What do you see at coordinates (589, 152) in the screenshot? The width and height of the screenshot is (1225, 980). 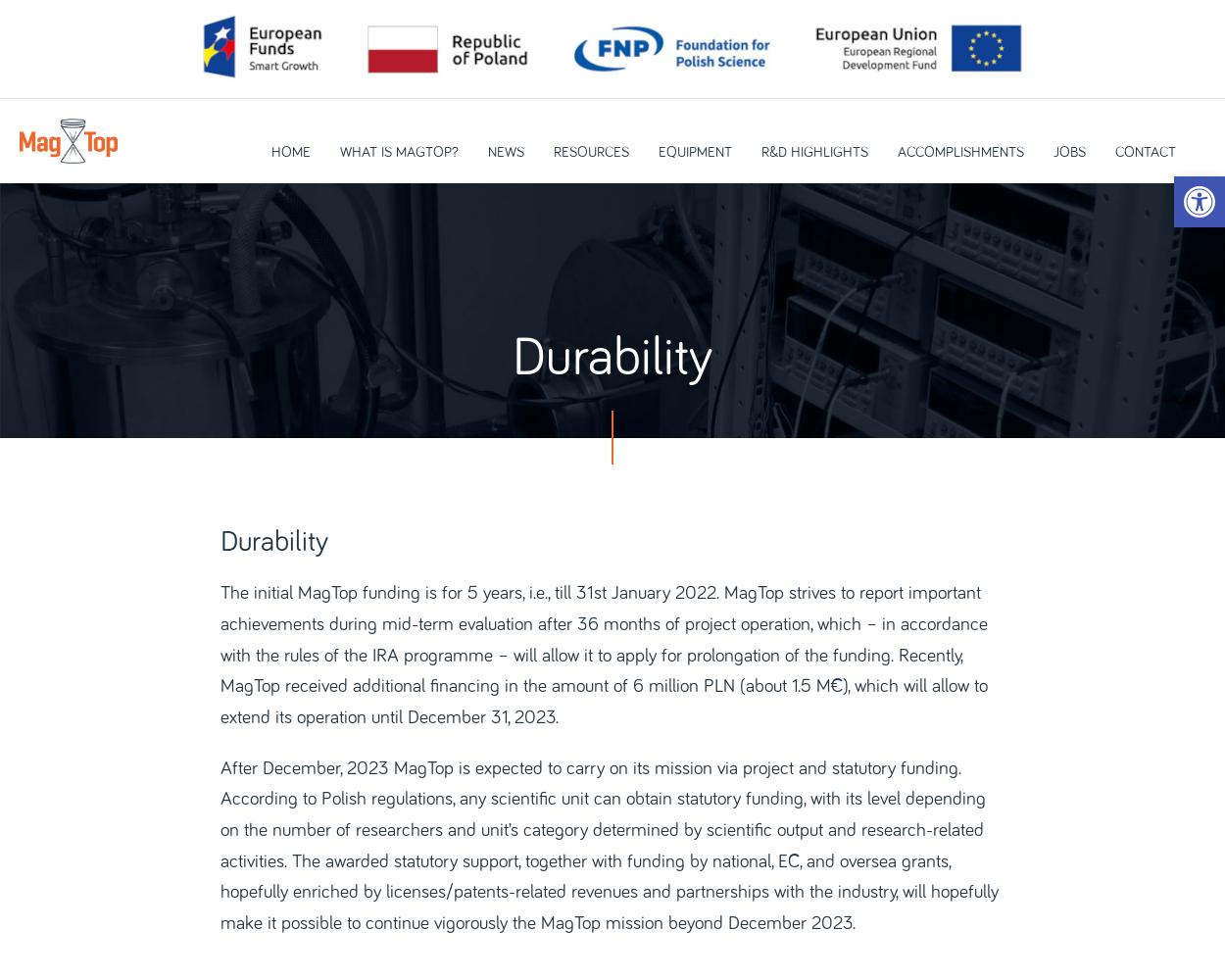 I see `'Resources'` at bounding box center [589, 152].